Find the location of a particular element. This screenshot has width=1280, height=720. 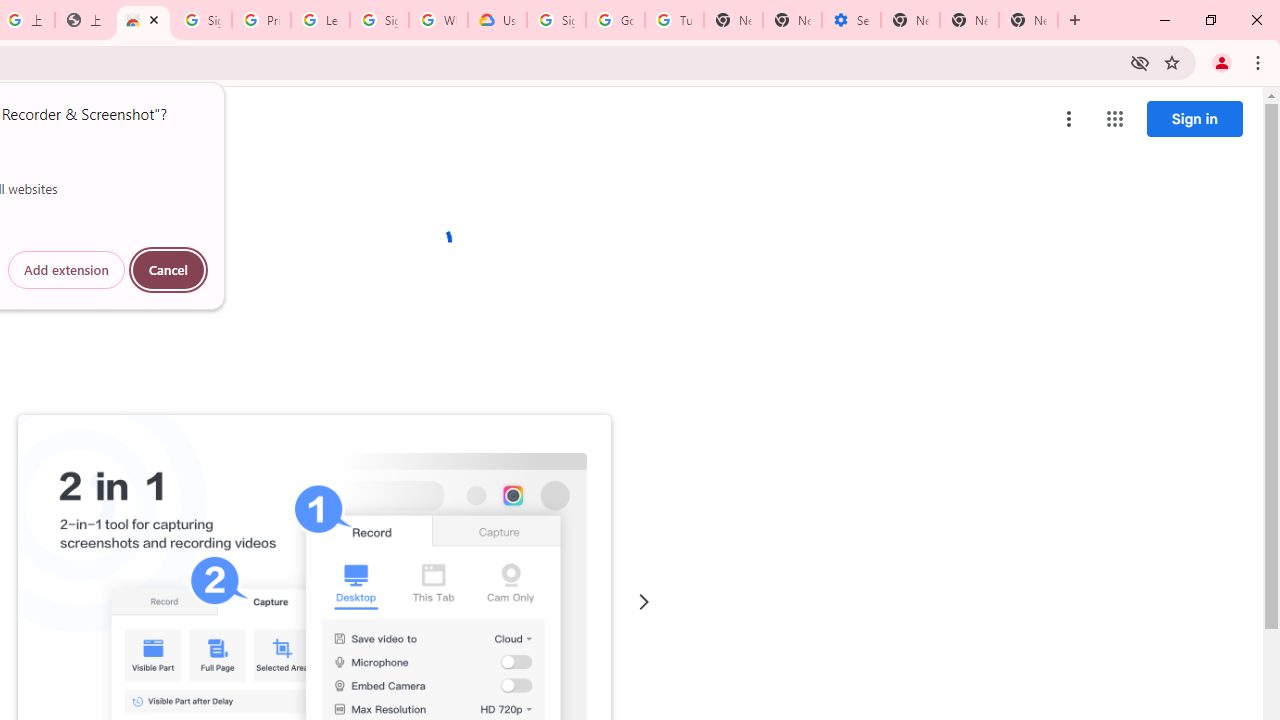

'Awesome Screen Recorder & Screenshot - Chrome Web Store' is located at coordinates (142, 20).